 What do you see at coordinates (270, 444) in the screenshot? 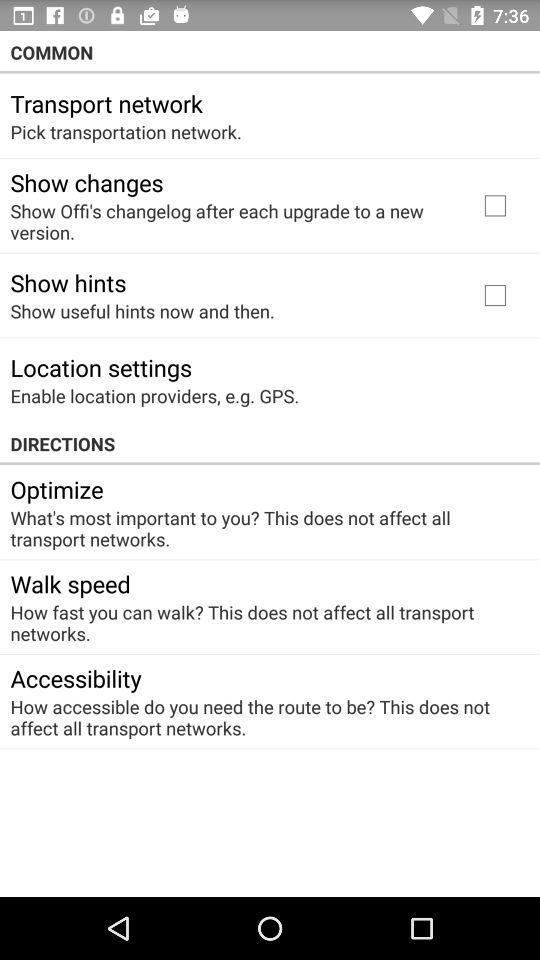
I see `the item above the optimize icon` at bounding box center [270, 444].